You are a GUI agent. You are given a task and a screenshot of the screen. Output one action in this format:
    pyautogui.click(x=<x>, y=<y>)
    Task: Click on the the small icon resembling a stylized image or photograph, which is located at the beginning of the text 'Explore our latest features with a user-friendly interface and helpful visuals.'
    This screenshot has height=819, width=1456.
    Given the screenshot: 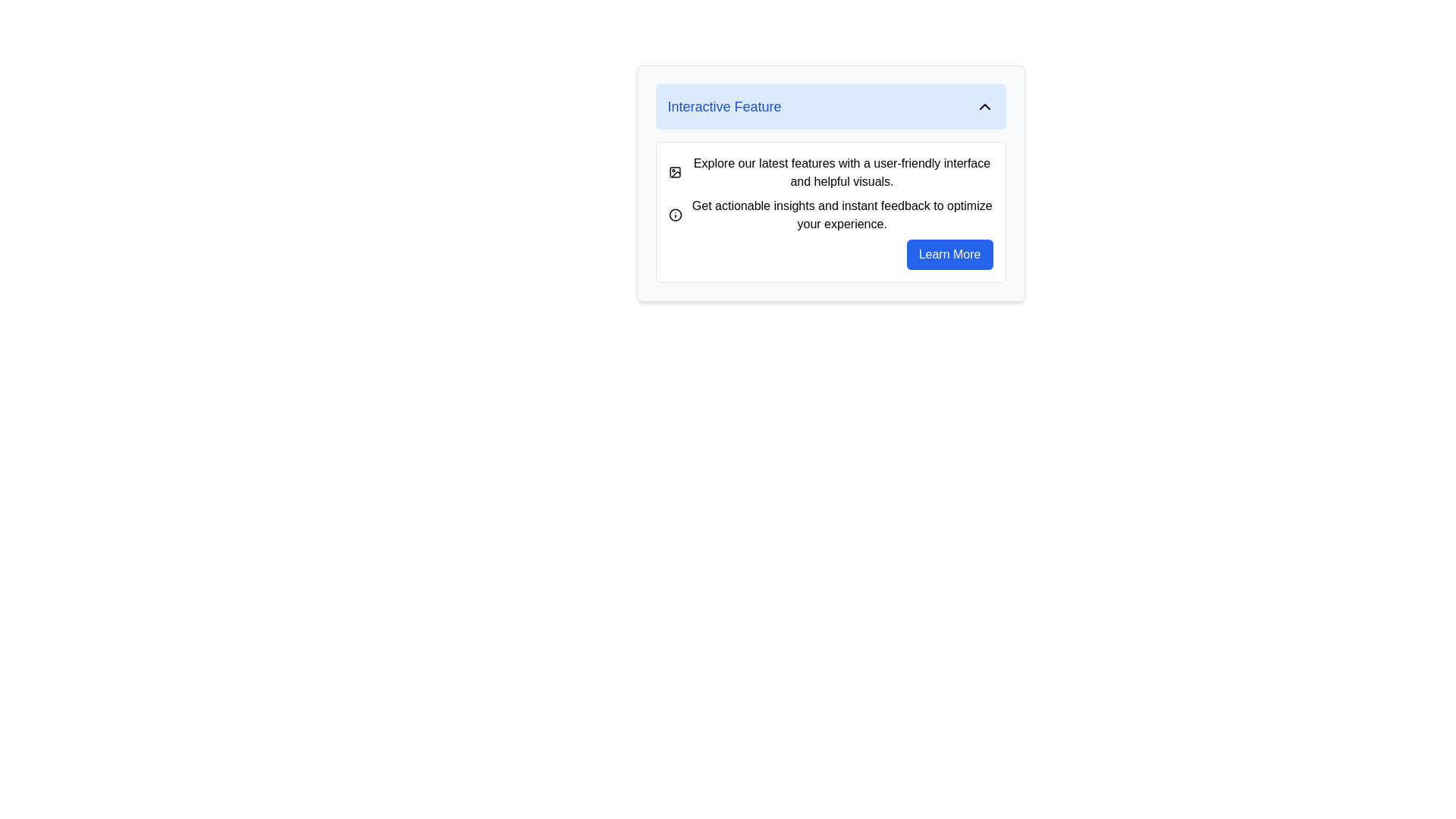 What is the action you would take?
    pyautogui.click(x=674, y=171)
    